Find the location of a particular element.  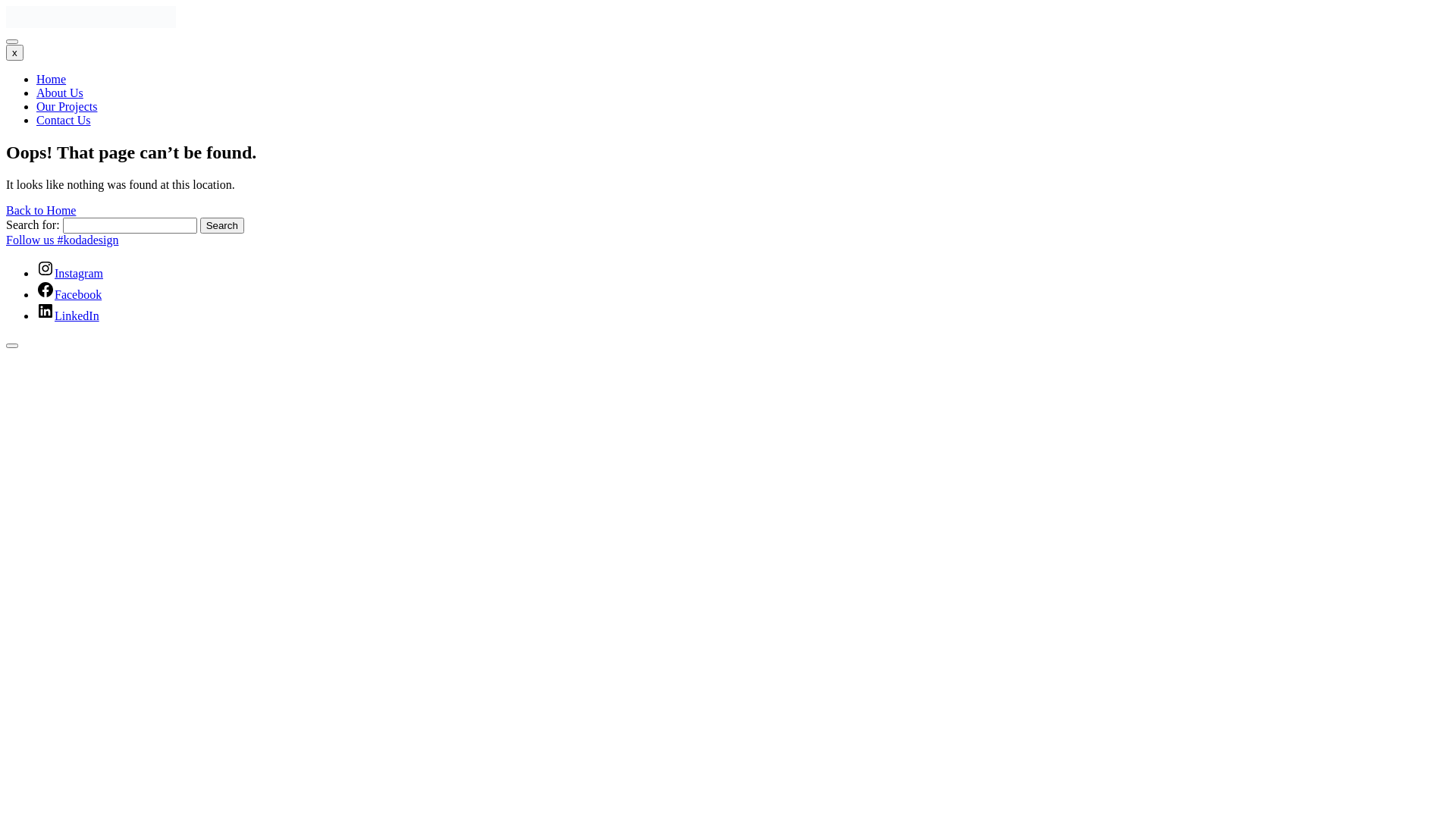

'LinkedIn' is located at coordinates (67, 315).